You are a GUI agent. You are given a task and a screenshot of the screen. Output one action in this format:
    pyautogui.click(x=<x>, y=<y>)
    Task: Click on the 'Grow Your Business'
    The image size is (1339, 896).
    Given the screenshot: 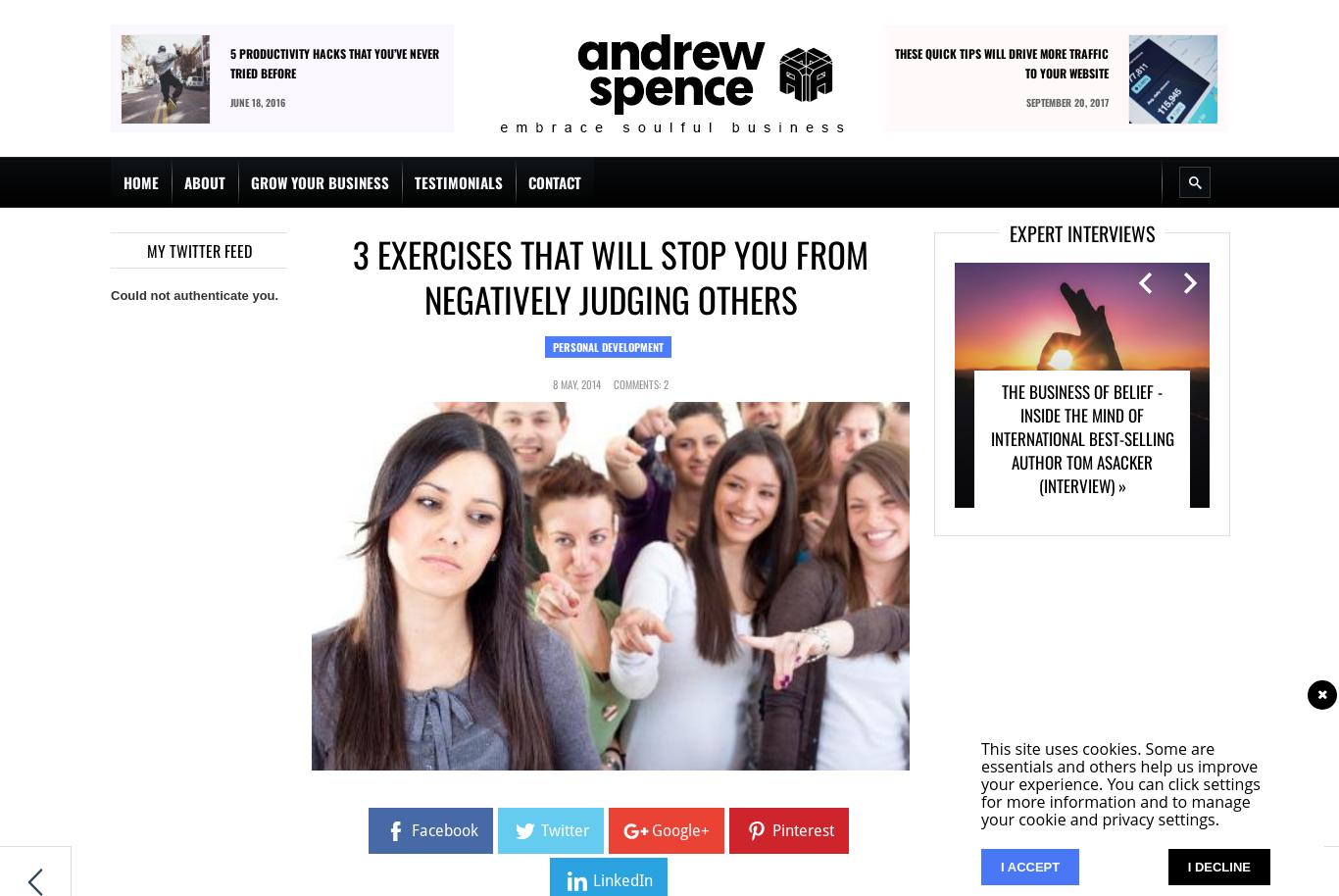 What is the action you would take?
    pyautogui.click(x=320, y=181)
    